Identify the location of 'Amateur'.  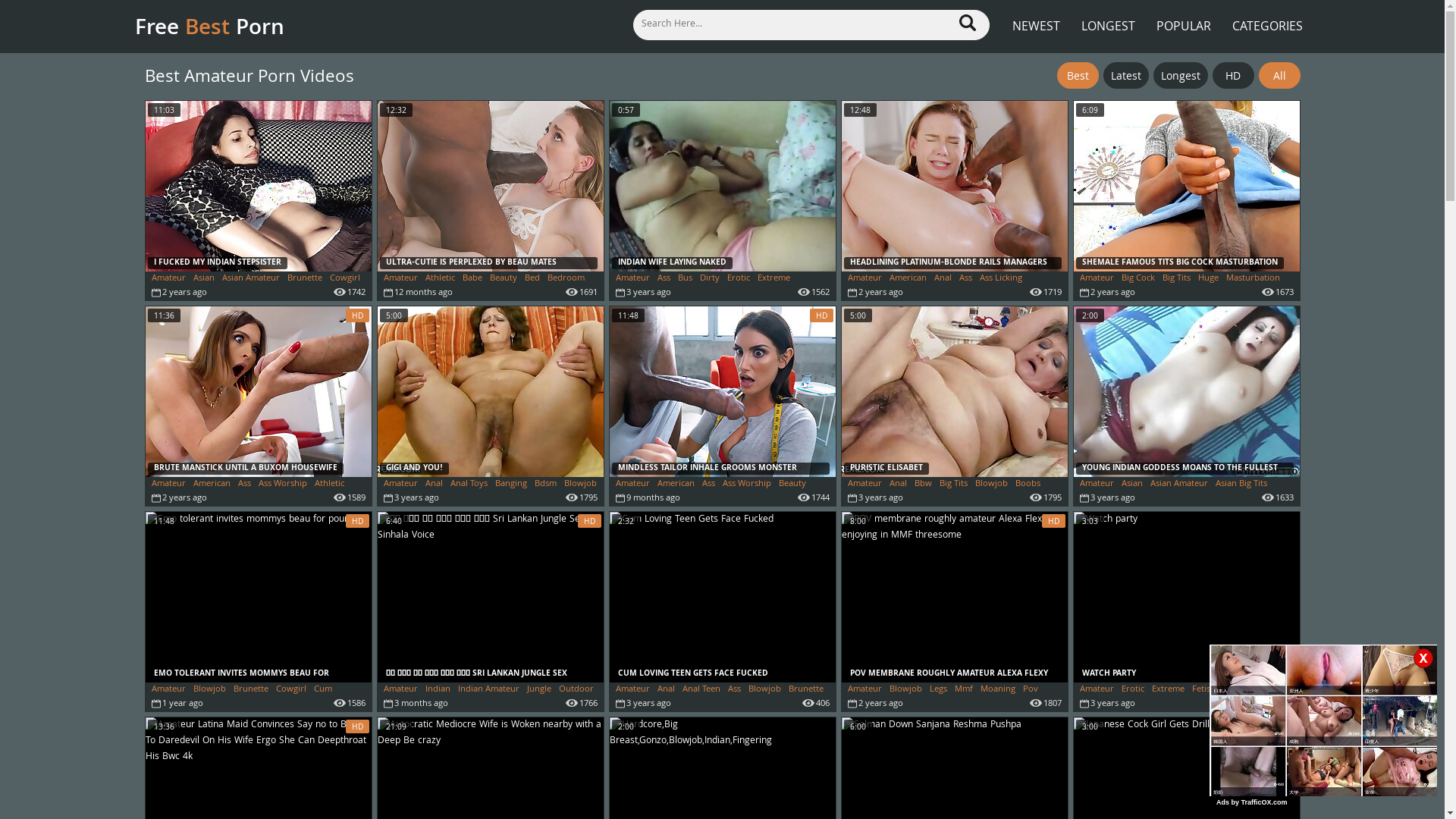
(168, 278).